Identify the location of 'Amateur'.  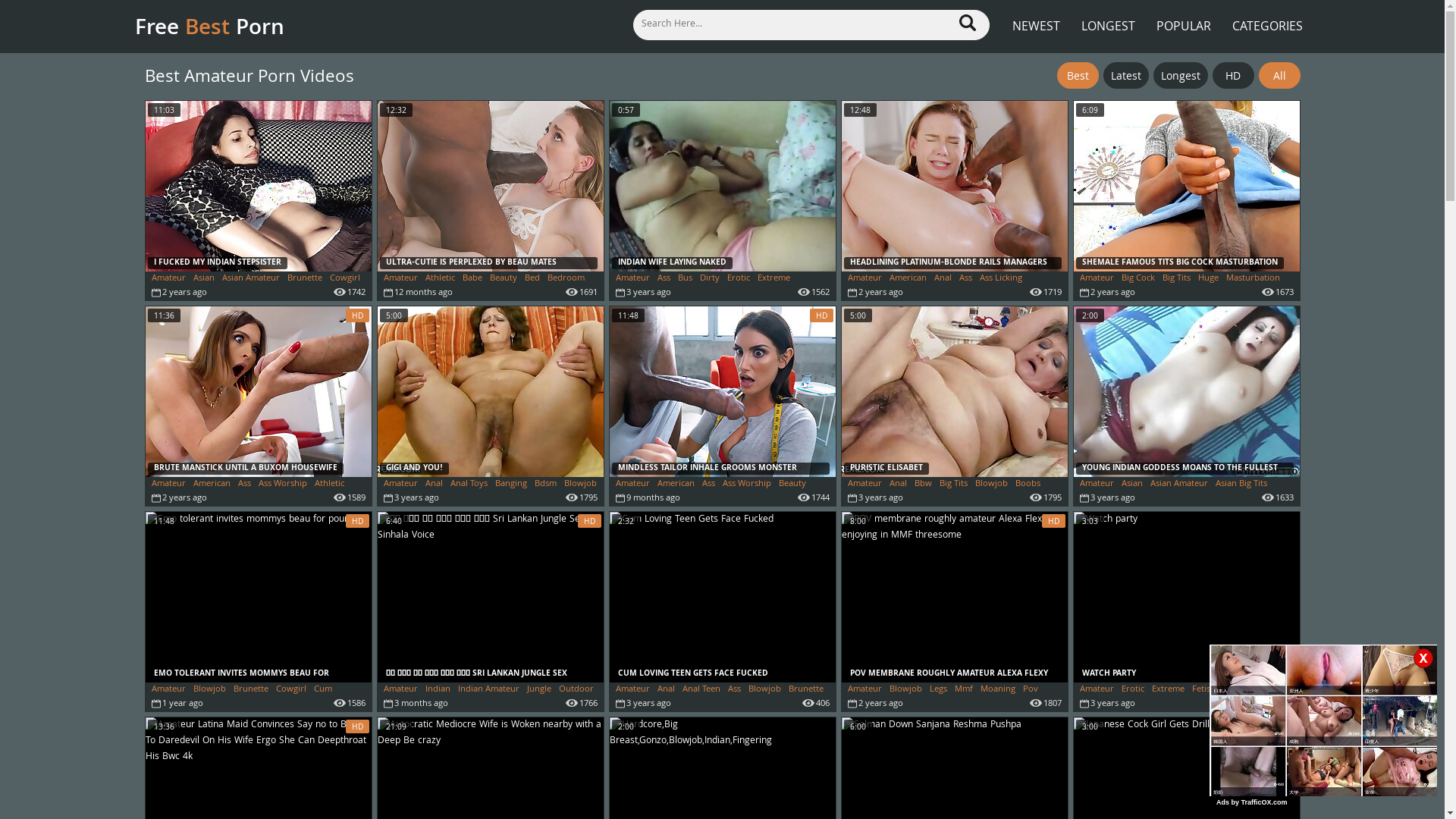
(168, 278).